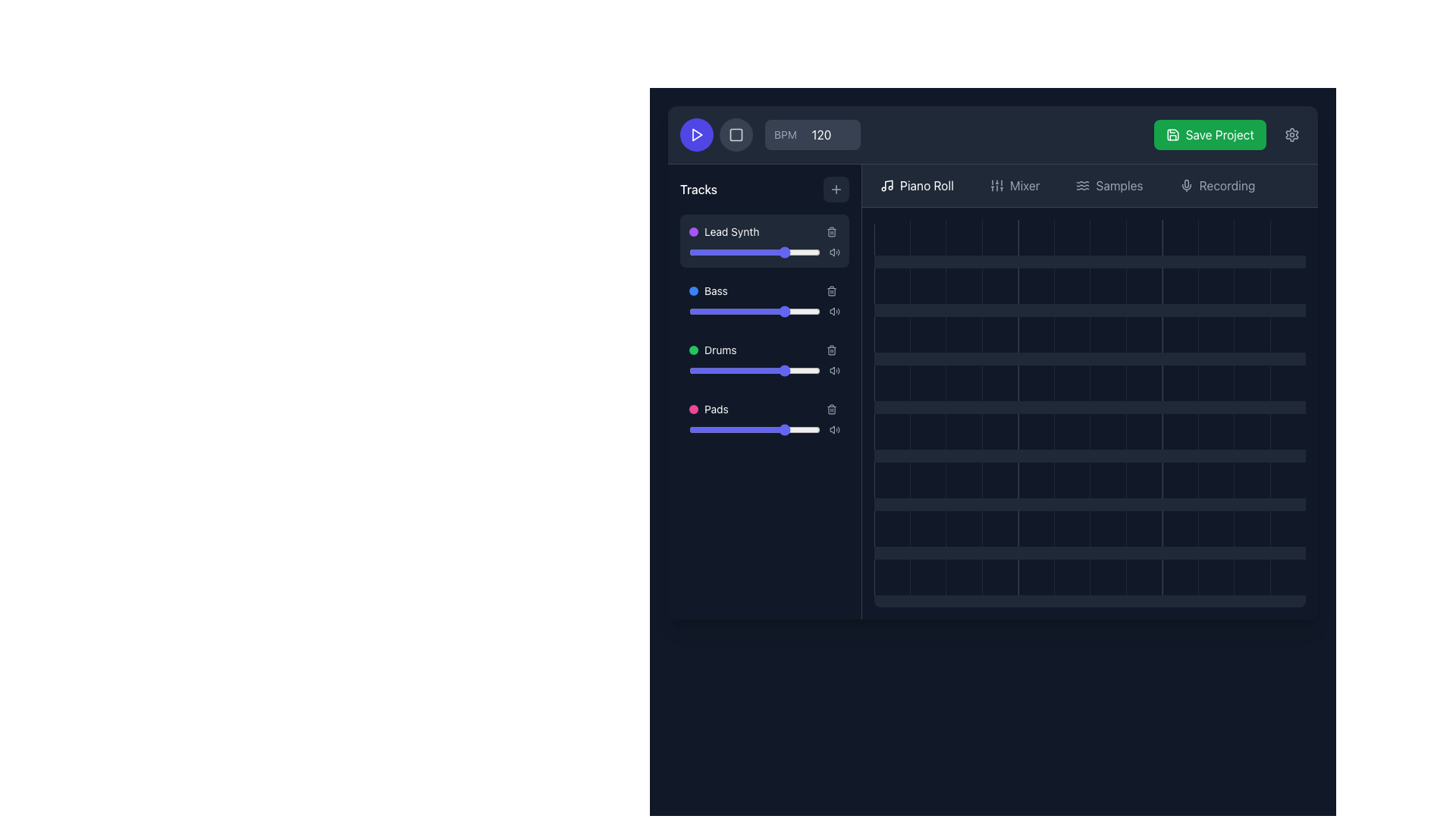 This screenshot has width=1456, height=819. What do you see at coordinates (1071, 480) in the screenshot?
I see `the grid cell located in the sixth column and fifth row of the interface` at bounding box center [1071, 480].